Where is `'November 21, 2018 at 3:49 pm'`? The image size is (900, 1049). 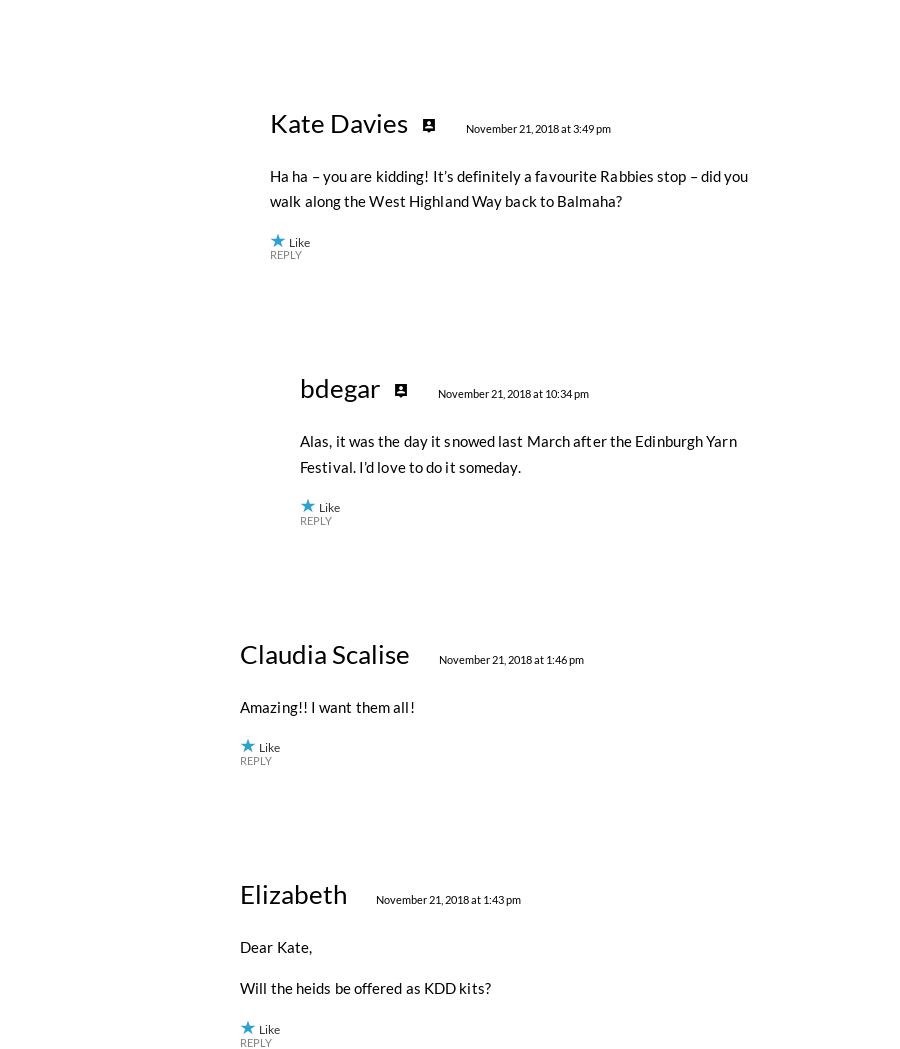 'November 21, 2018 at 3:49 pm' is located at coordinates (536, 566).